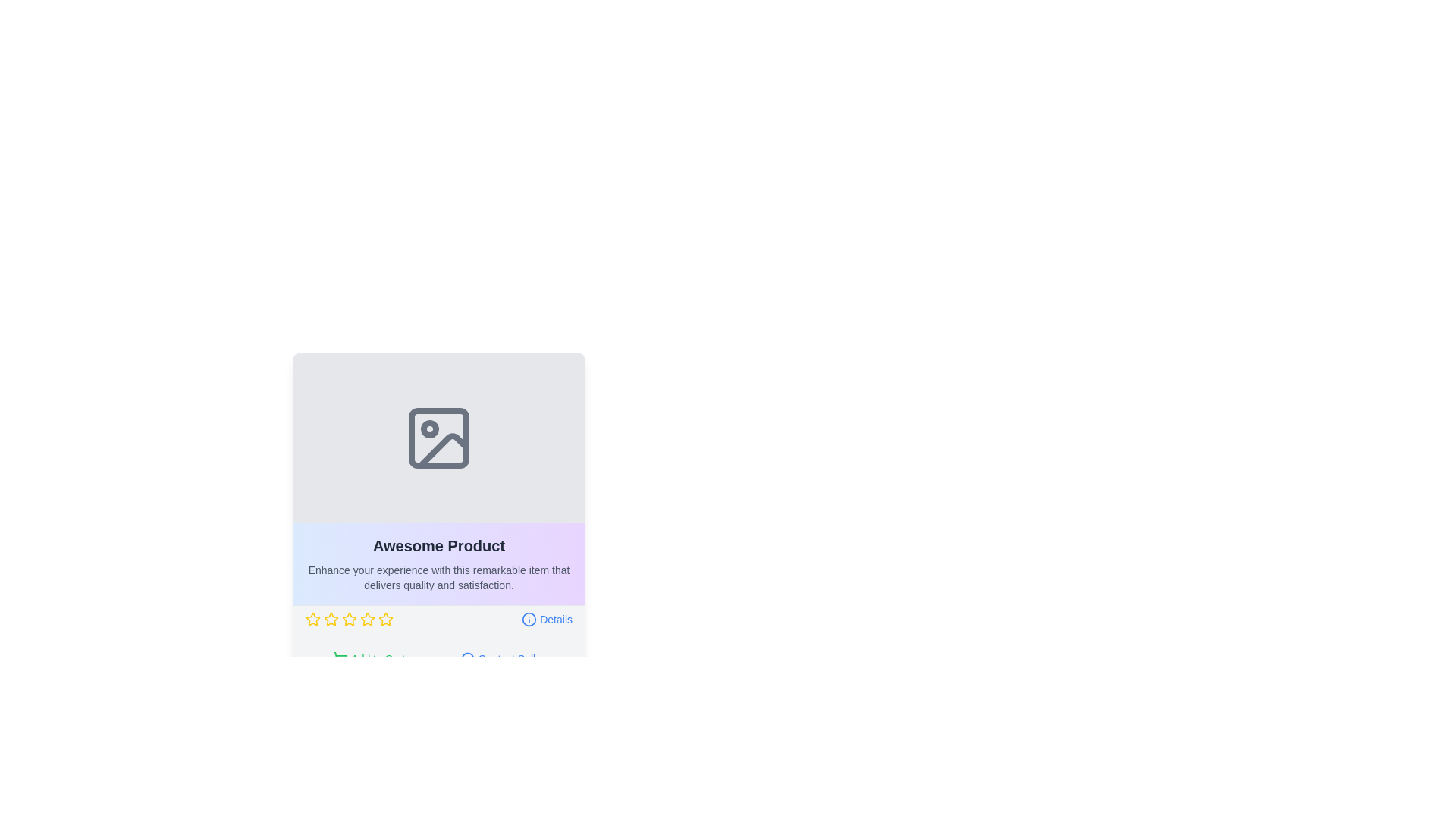  What do you see at coordinates (438, 564) in the screenshot?
I see `title and description text from the Text Block located below the placeholder image, which is centrally aligned and above the 'Details' link and star ratings` at bounding box center [438, 564].